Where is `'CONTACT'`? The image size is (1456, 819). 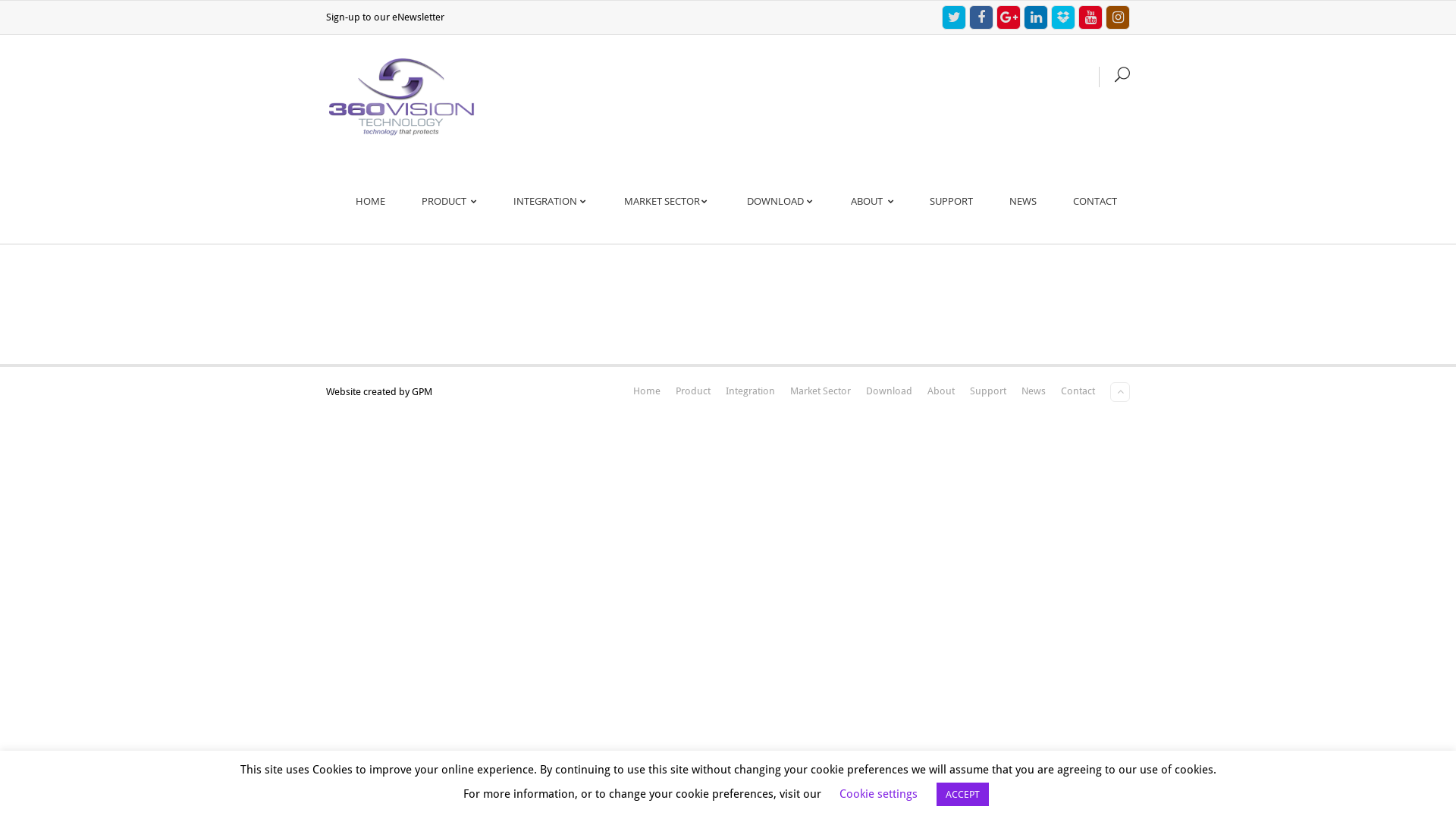
'CONTACT' is located at coordinates (1095, 200).